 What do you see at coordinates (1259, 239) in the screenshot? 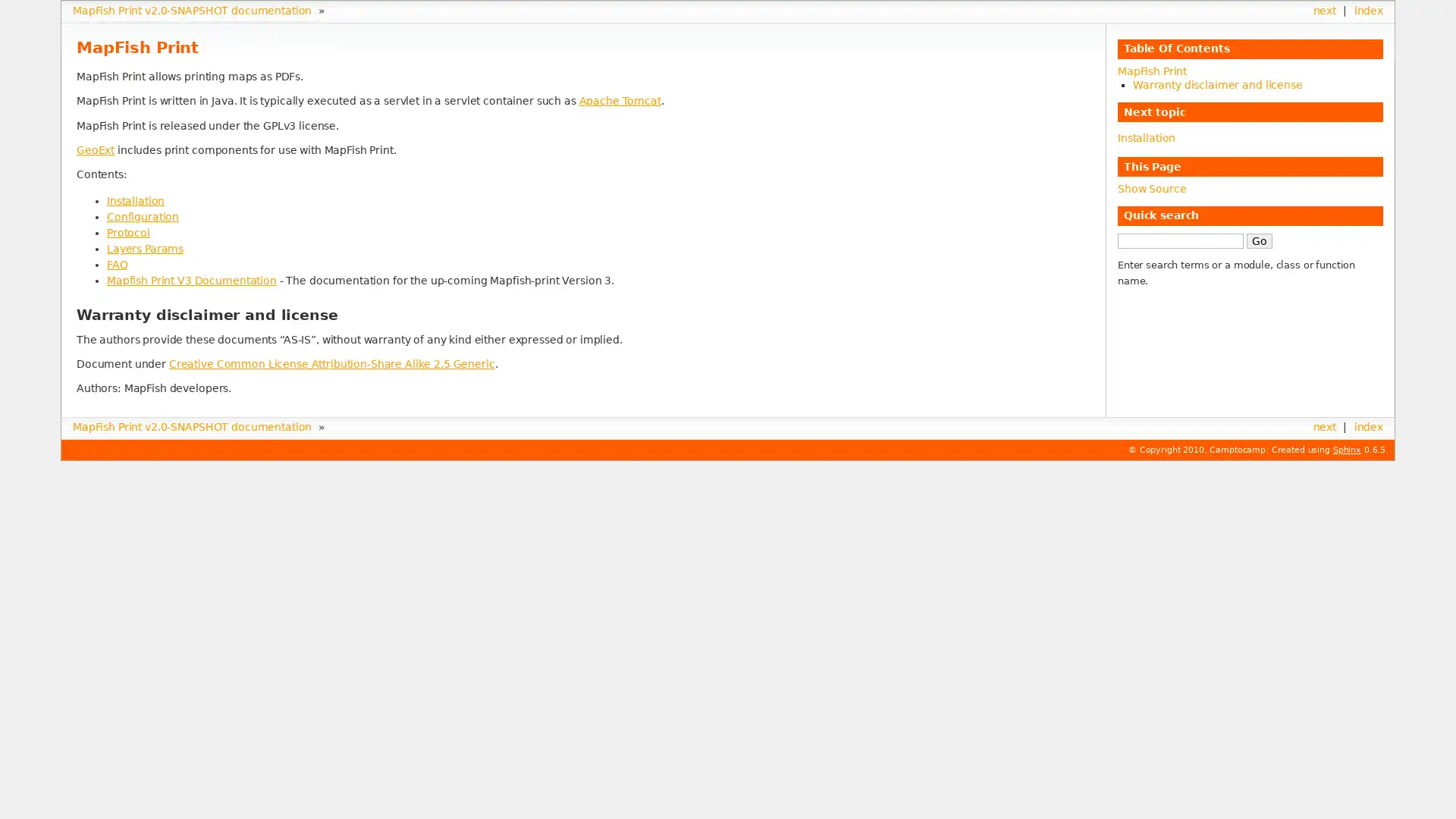
I see `Go` at bounding box center [1259, 239].